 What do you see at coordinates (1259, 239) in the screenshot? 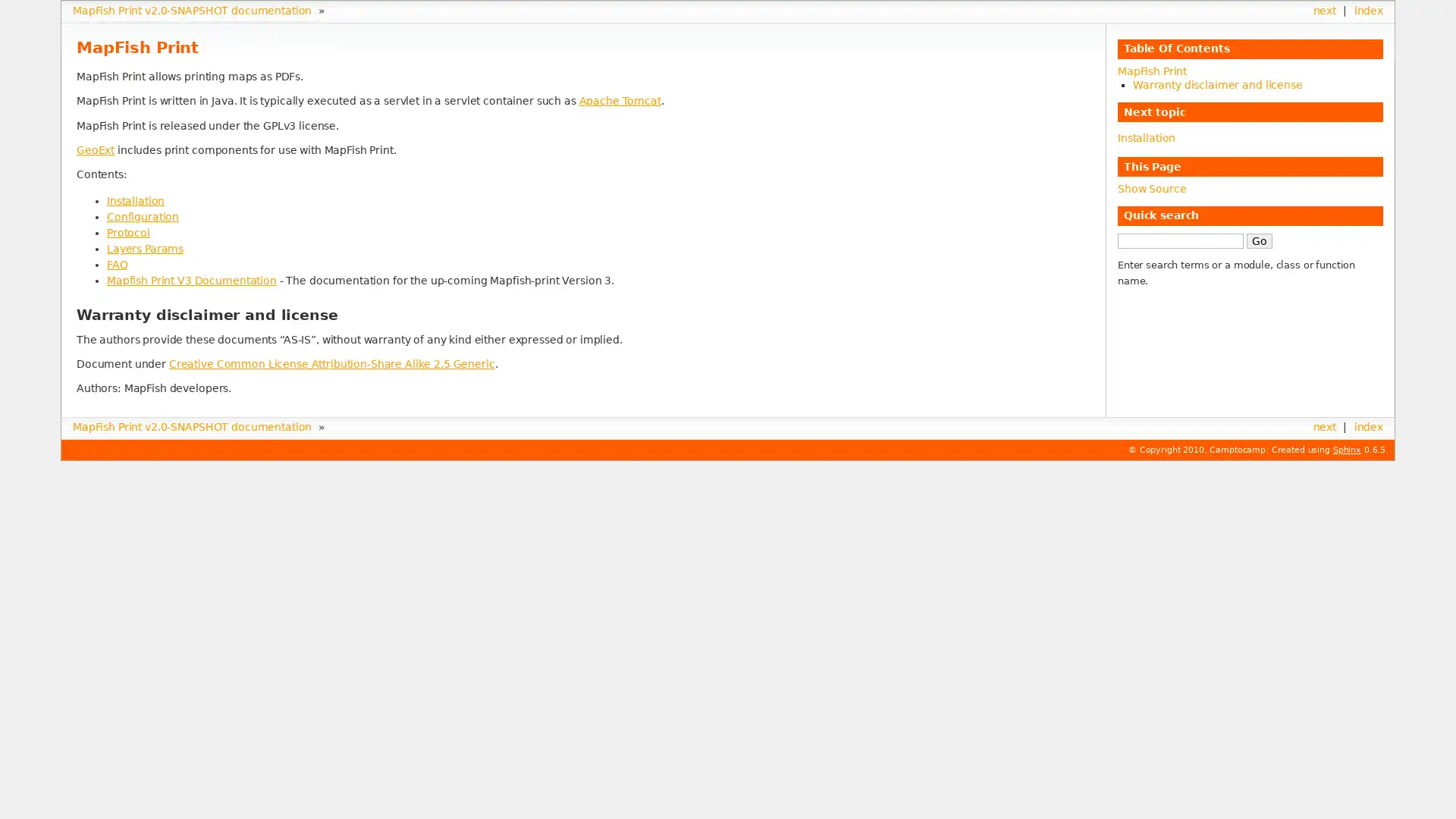
I see `Go` at bounding box center [1259, 239].